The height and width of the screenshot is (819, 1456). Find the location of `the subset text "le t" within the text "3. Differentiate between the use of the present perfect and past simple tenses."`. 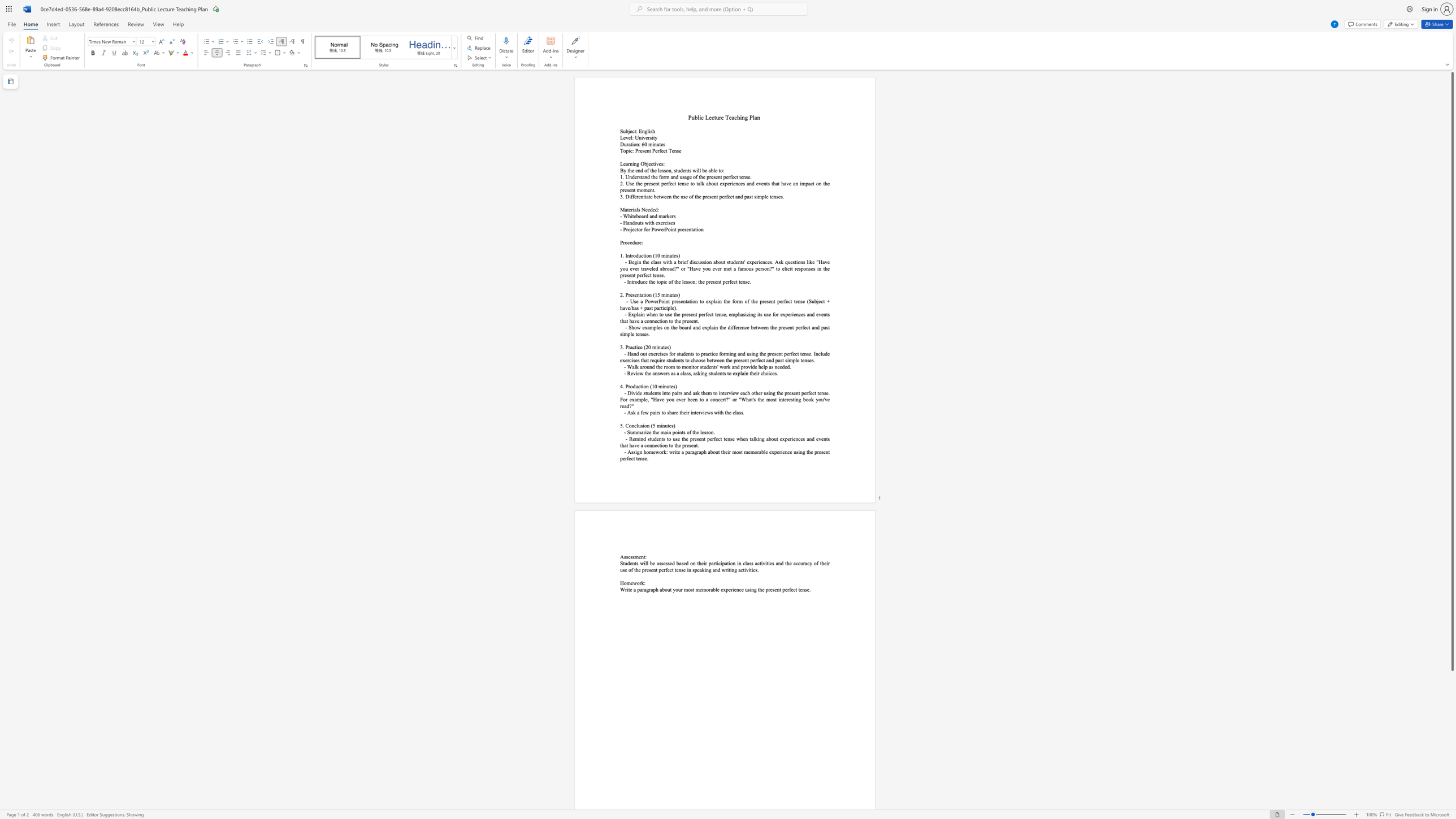

the subset text "le t" within the text "3. Differentiate between the use of the present perfect and past simple tenses." is located at coordinates (764, 196).